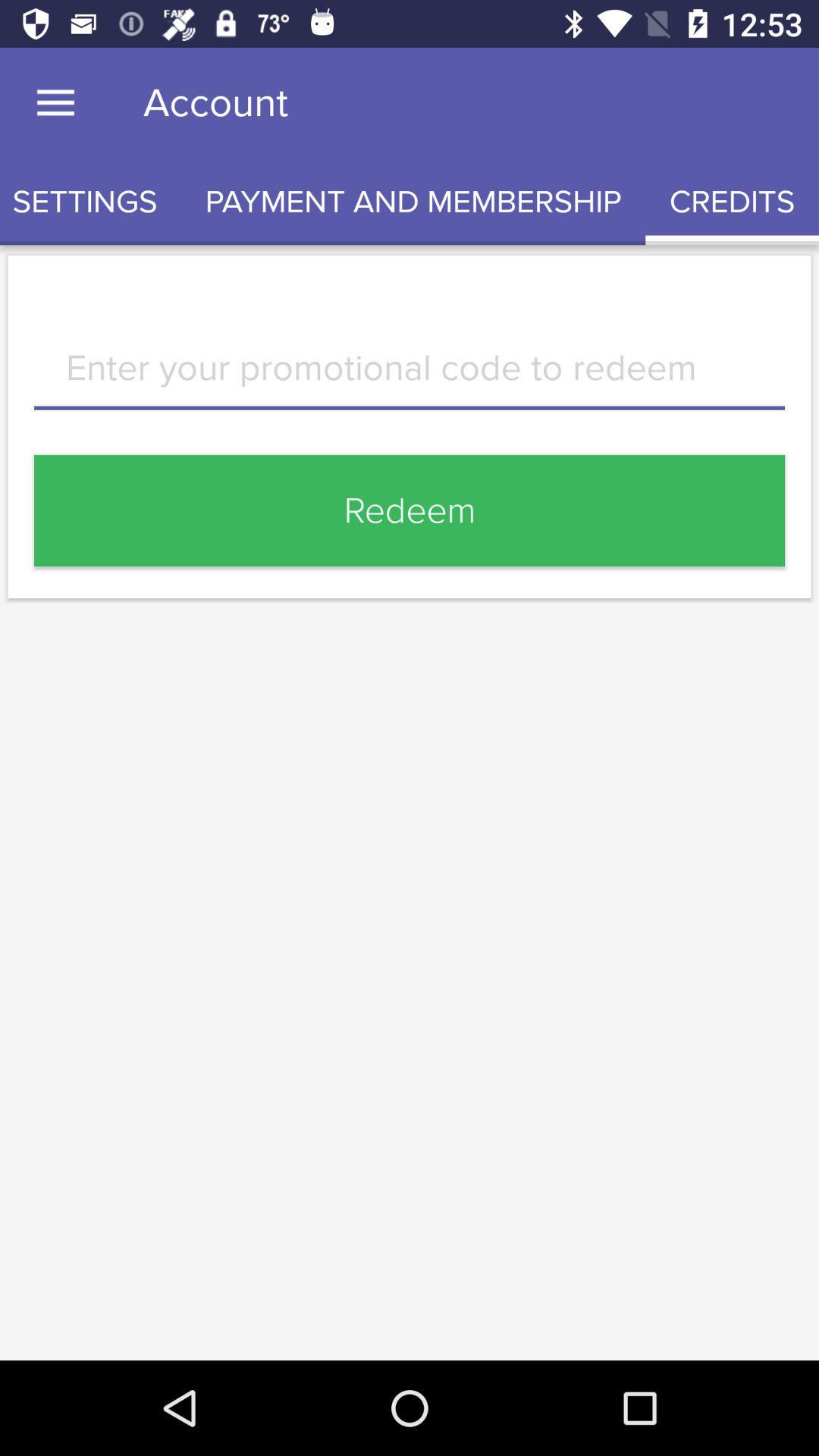 The height and width of the screenshot is (1456, 819). What do you see at coordinates (90, 201) in the screenshot?
I see `icon next to the payment and membership icon` at bounding box center [90, 201].